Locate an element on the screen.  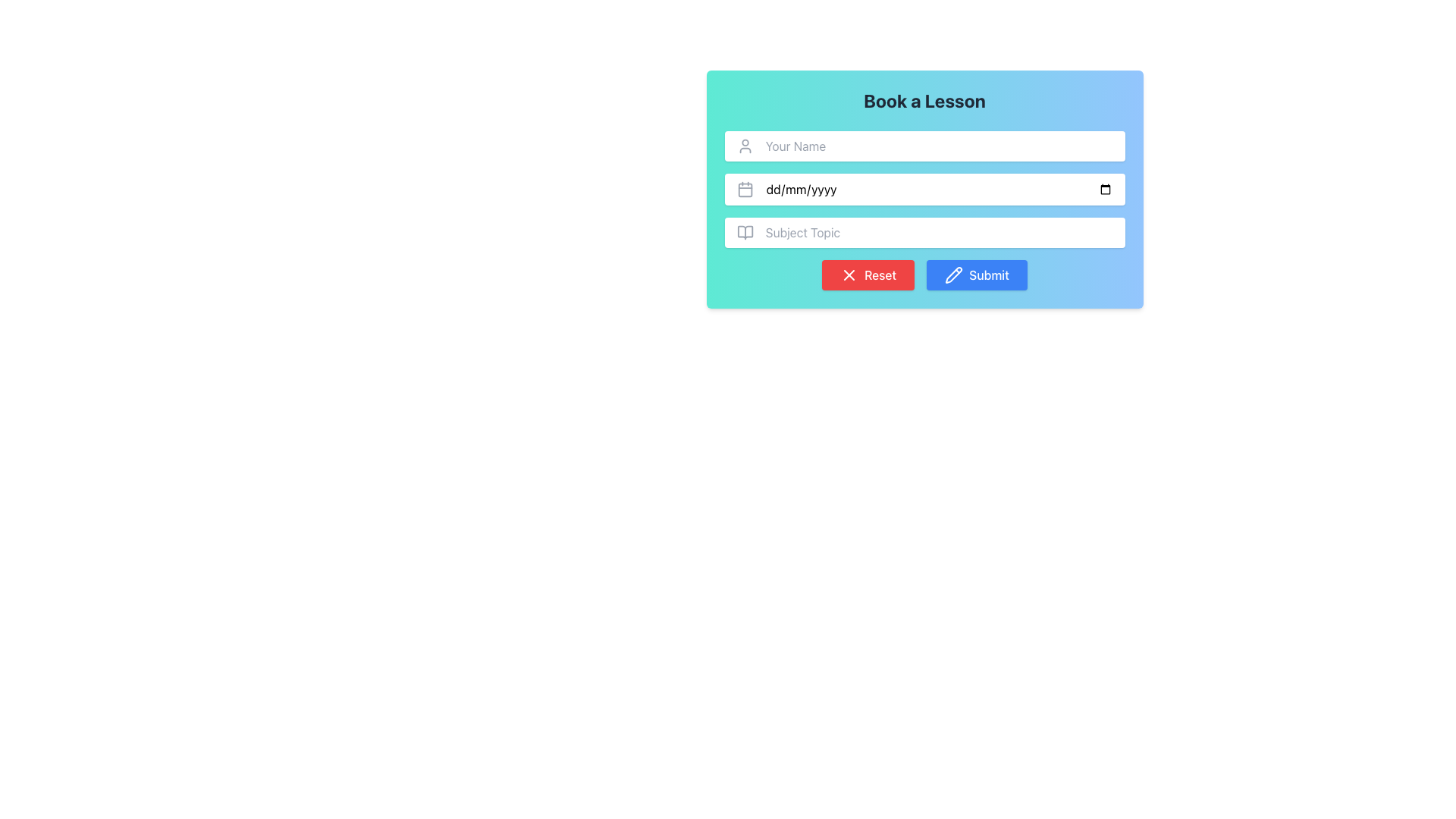
the 'Reset' button, which contains an icon to the left of its text is located at coordinates (848, 275).